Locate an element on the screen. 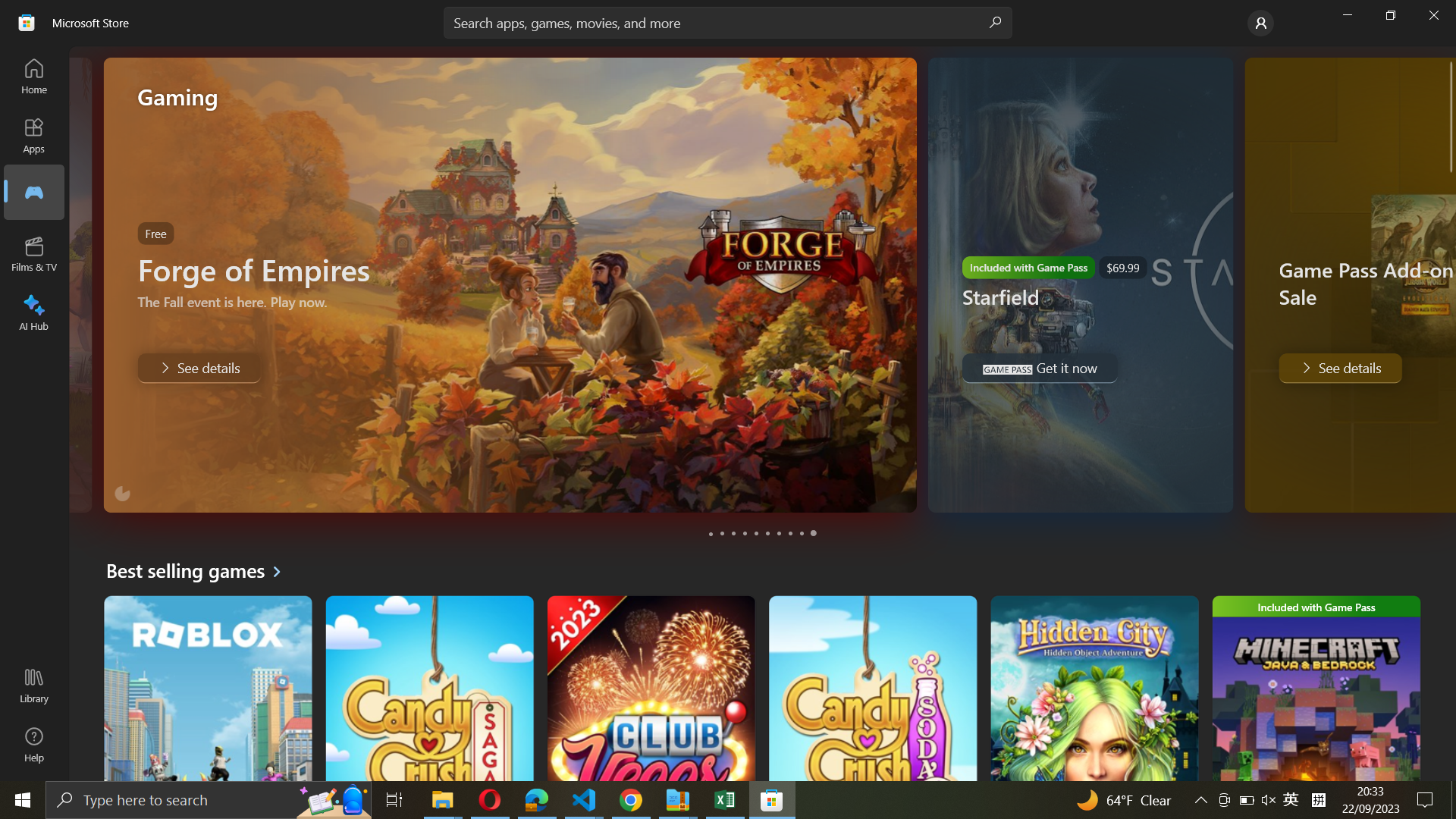 The image size is (1456, 819). Best selling games section is located at coordinates (199, 570).